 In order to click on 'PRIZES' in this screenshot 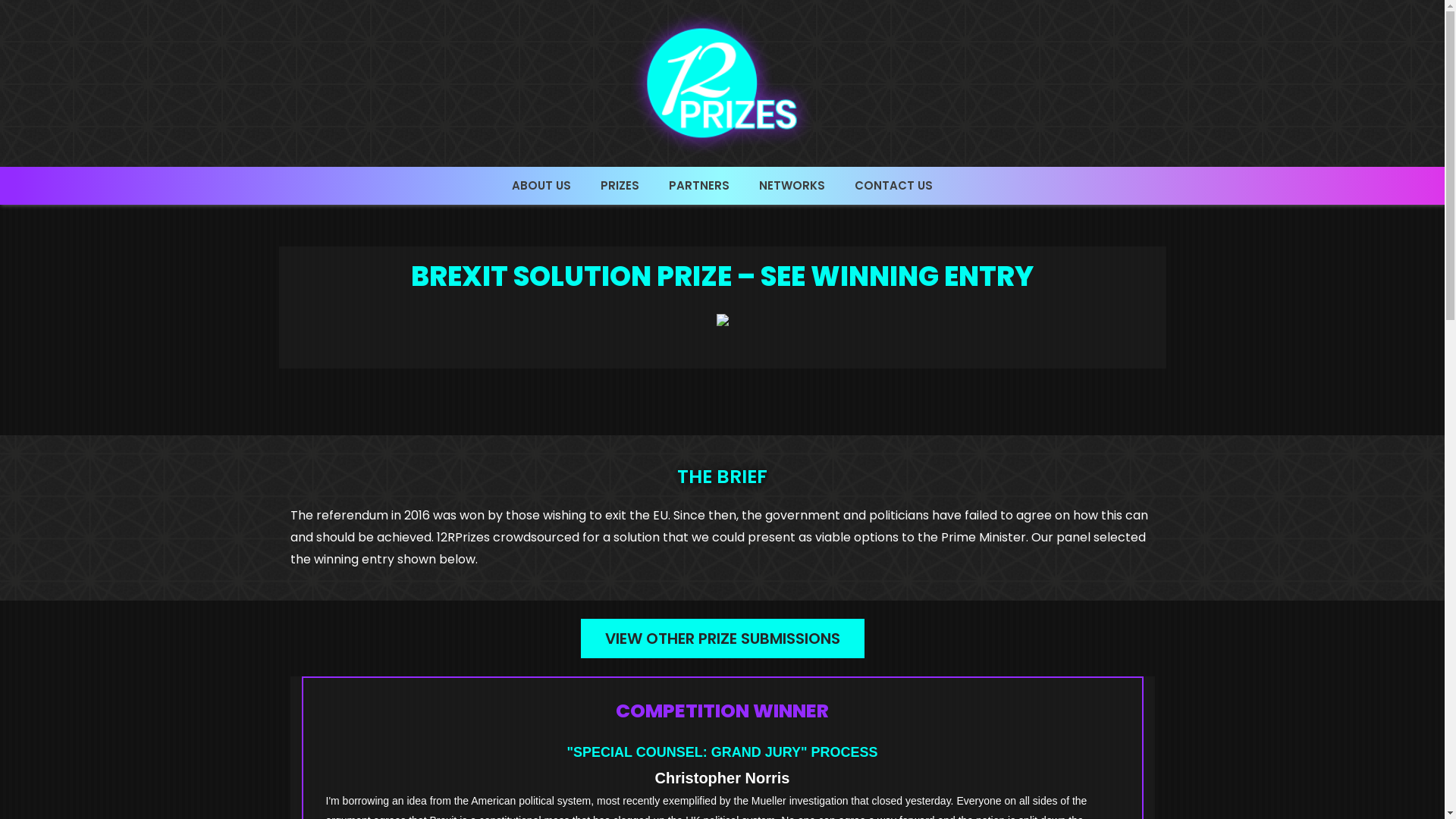, I will do `click(600, 185)`.